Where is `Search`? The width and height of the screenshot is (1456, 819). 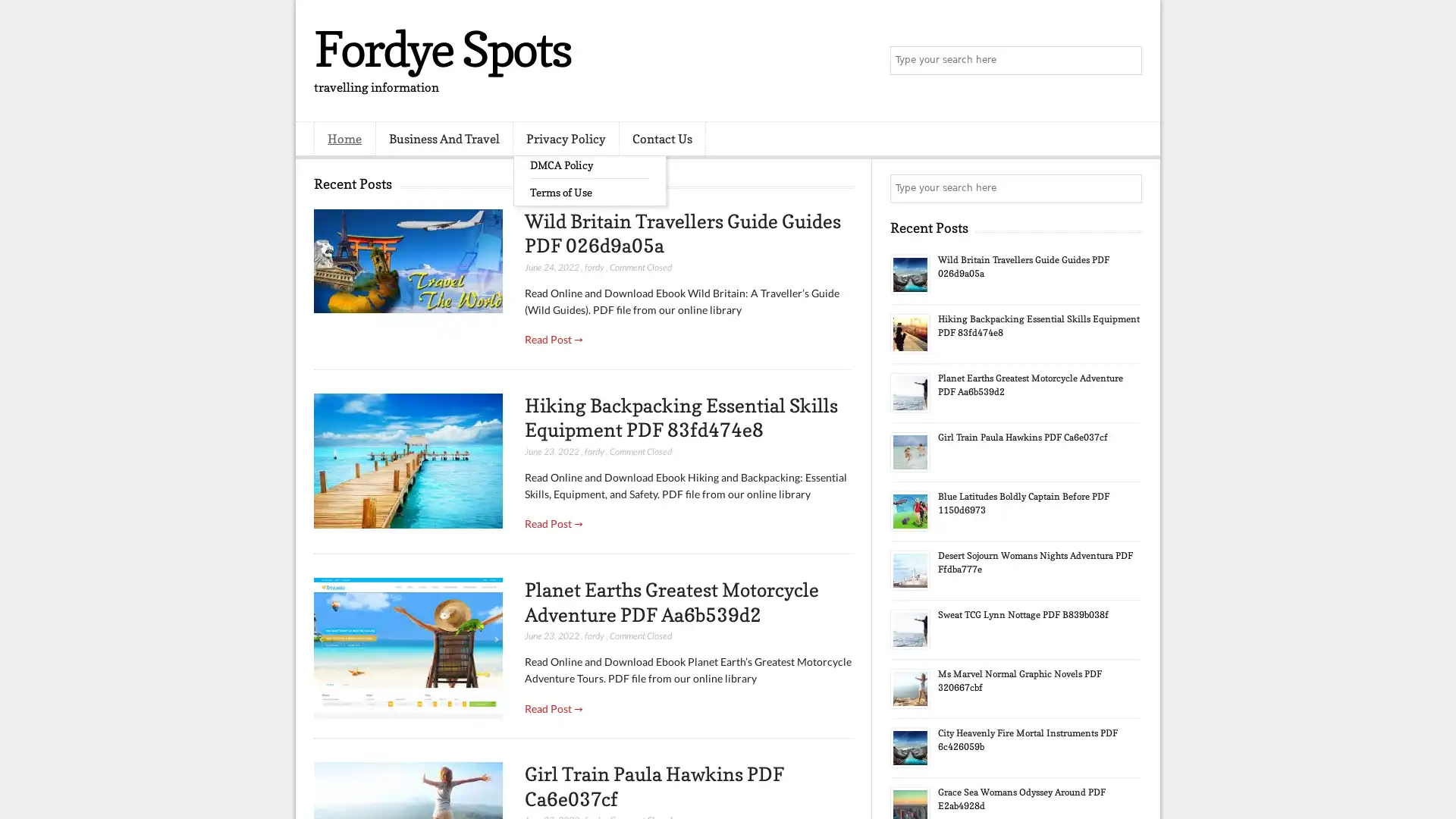 Search is located at coordinates (1126, 188).